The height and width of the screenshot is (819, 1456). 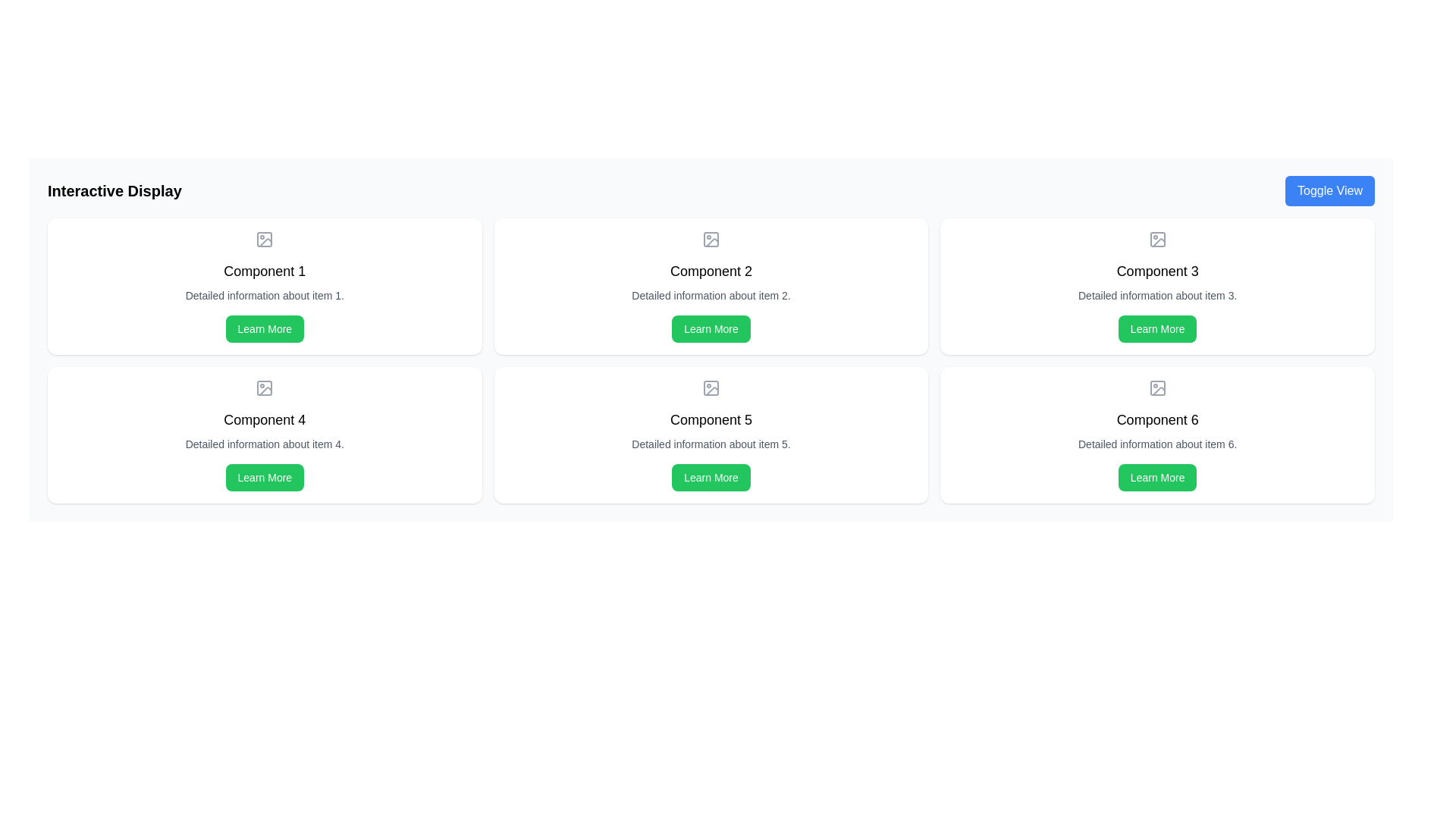 What do you see at coordinates (710, 239) in the screenshot?
I see `the icon resembling a stylized image with a frame and a small circular feature inside it, located at the top center of the card labeled 'Component 2'` at bounding box center [710, 239].